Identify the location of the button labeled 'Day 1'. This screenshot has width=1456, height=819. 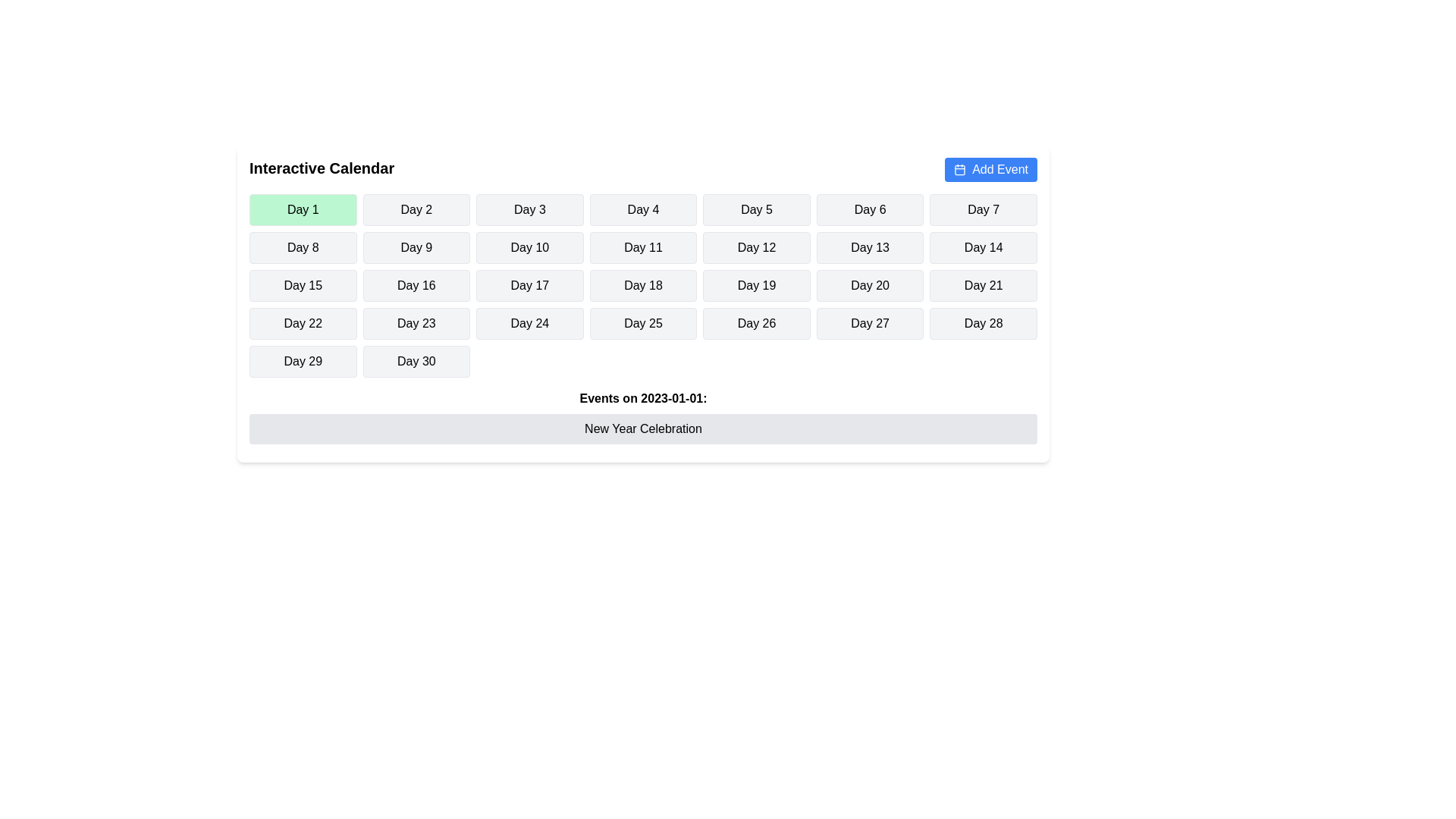
(303, 210).